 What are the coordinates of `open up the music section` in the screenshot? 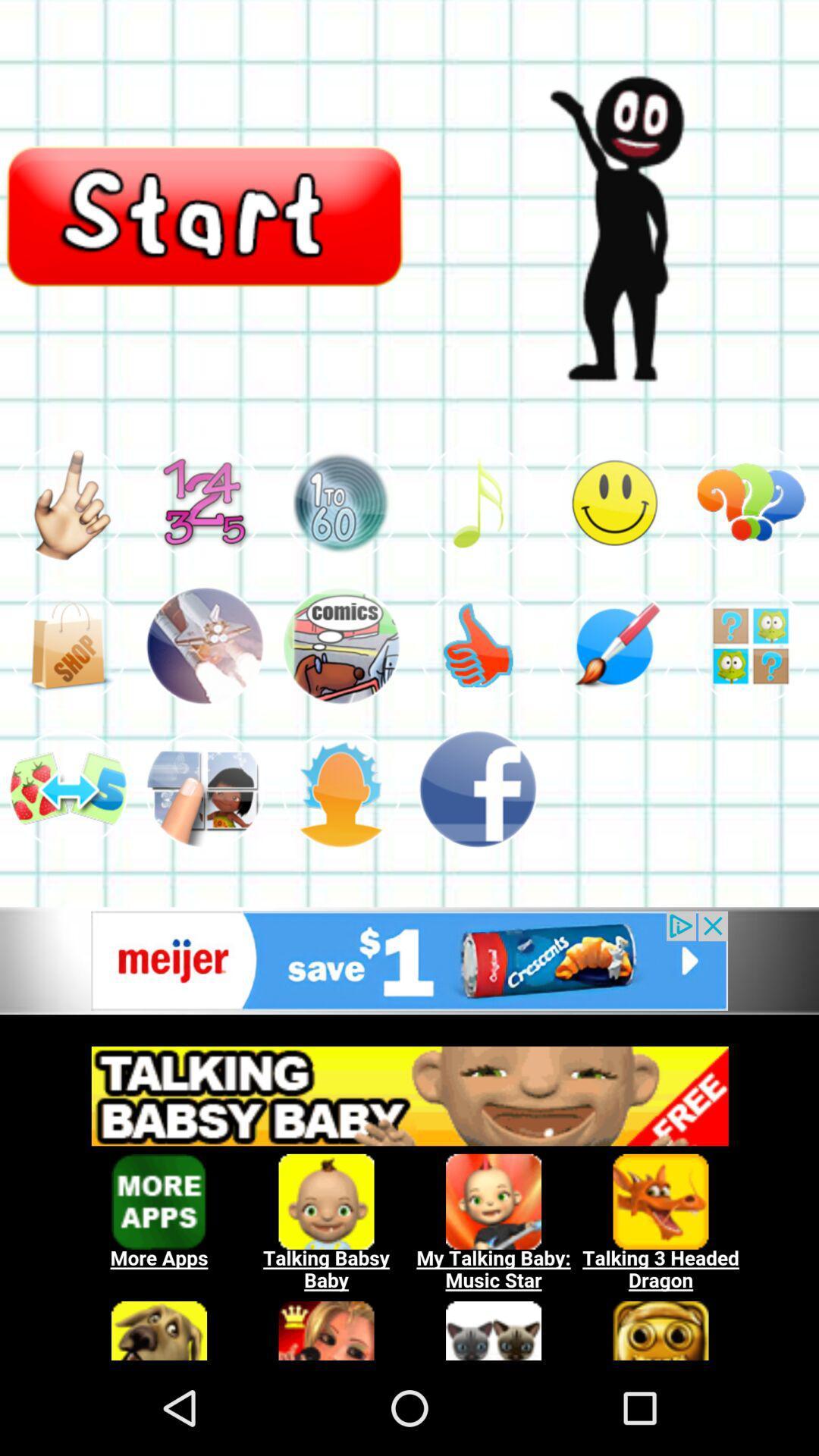 It's located at (476, 502).